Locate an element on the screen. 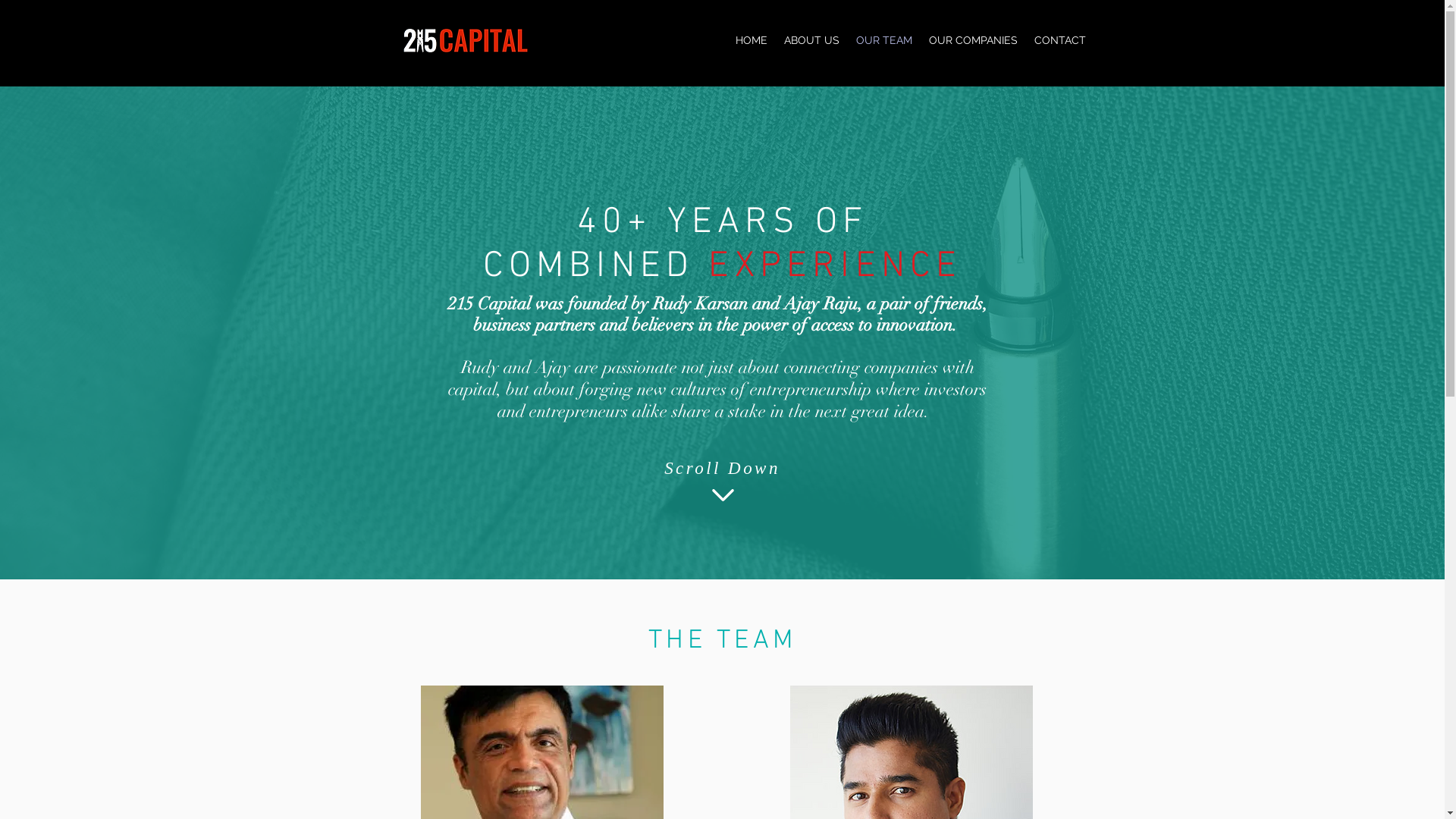 Image resolution: width=1456 pixels, height=819 pixels. 'Capital | Philadelphia' is located at coordinates (1012, 58).